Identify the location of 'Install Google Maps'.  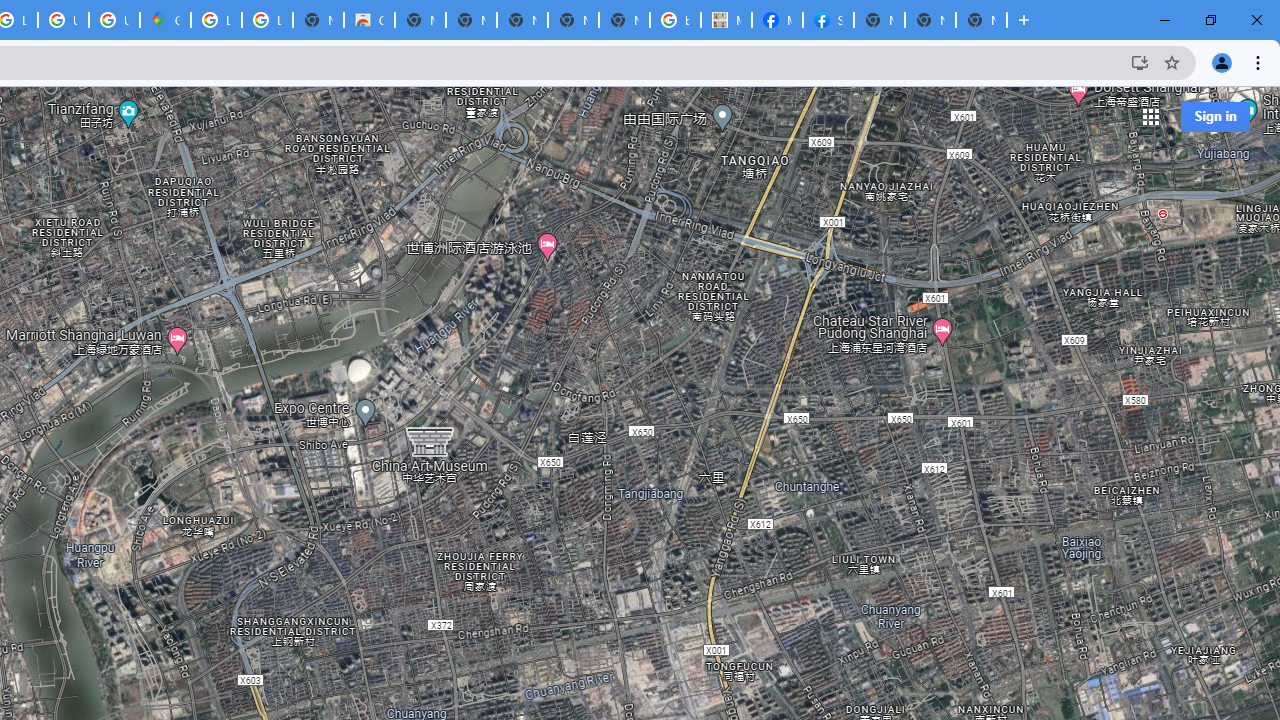
(1139, 61).